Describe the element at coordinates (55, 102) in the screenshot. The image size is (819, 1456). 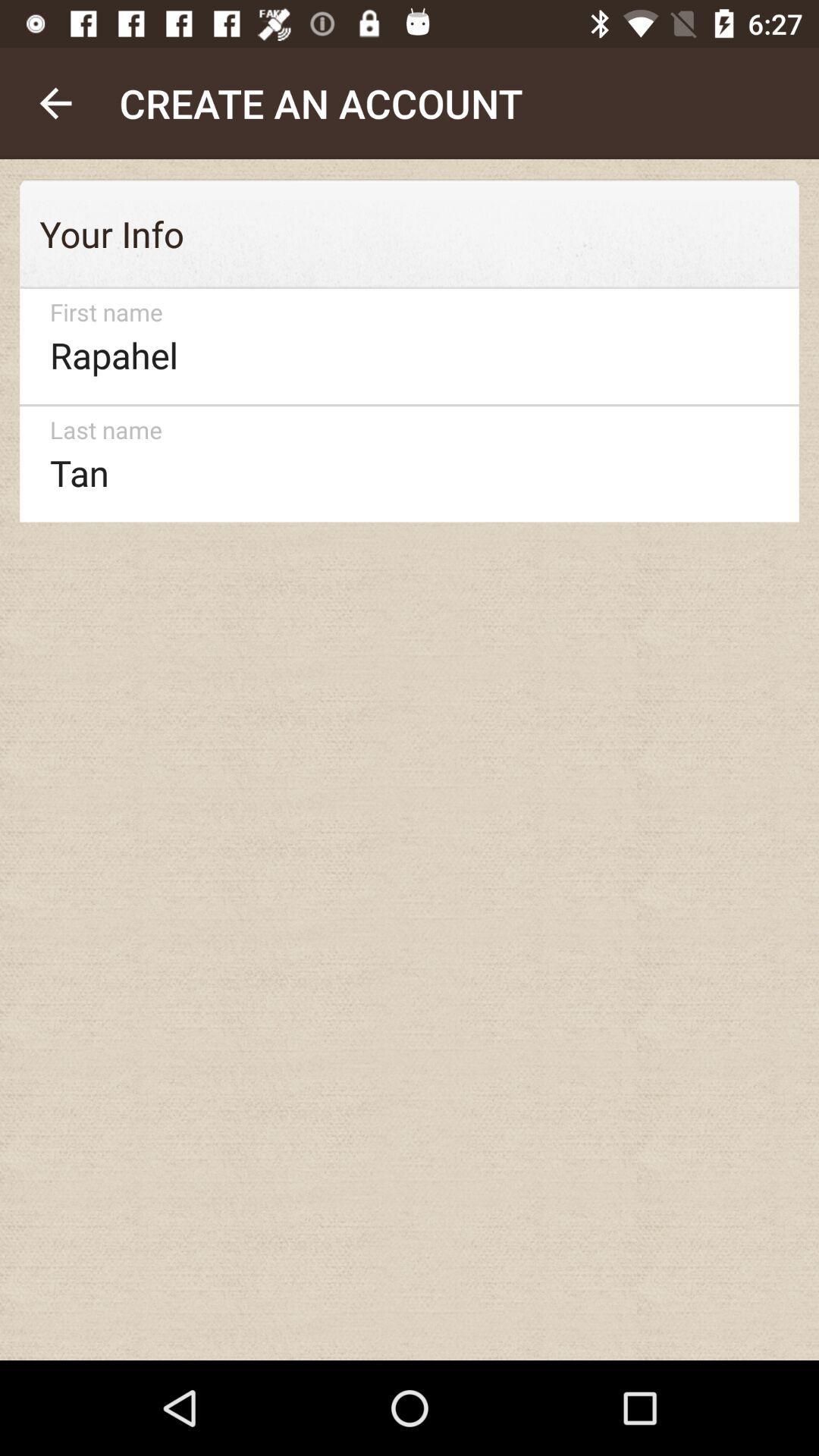
I see `the icon above the your info item` at that location.